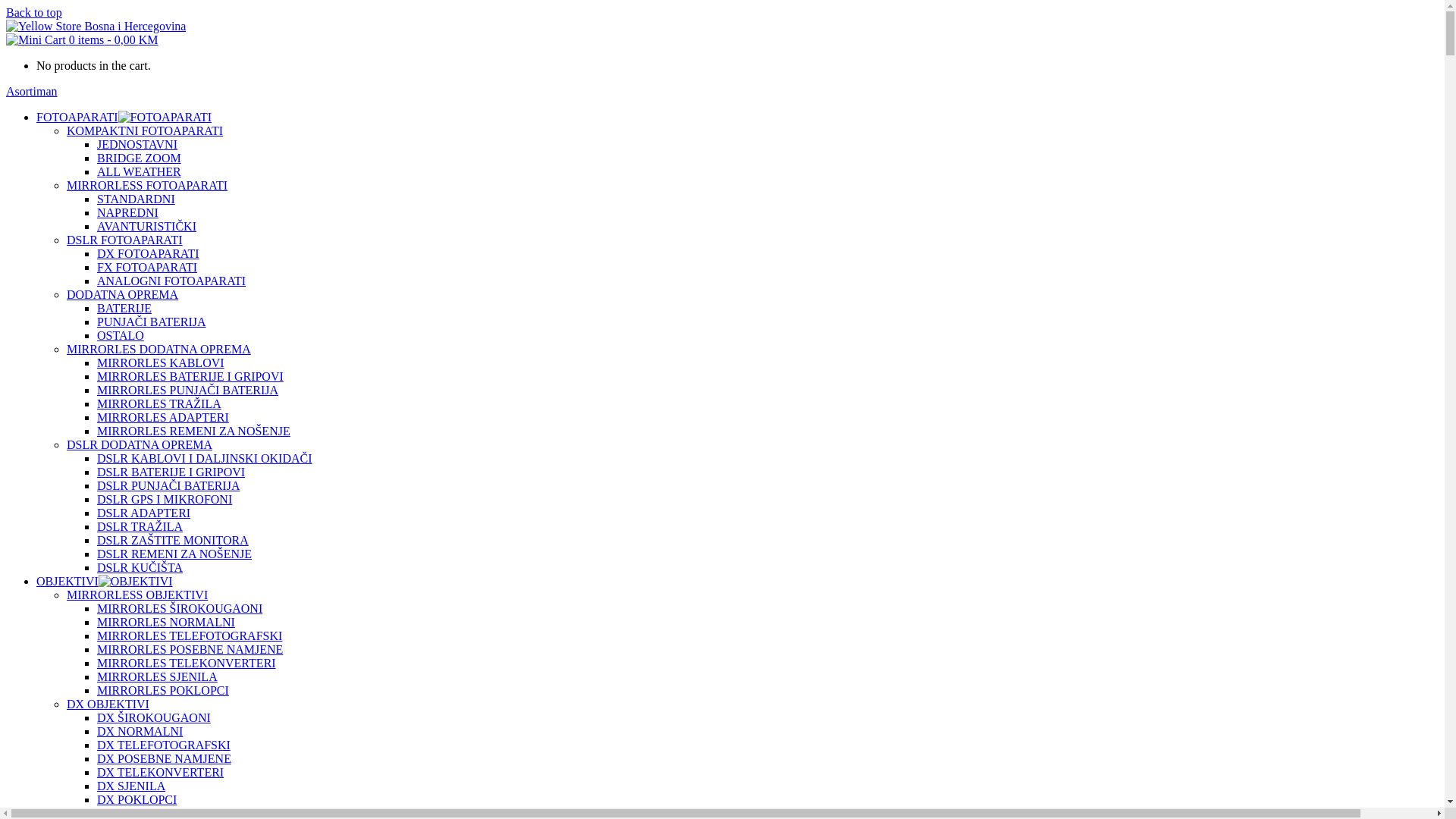  I want to click on 'DX TELEKONVERTERI', so click(160, 772).